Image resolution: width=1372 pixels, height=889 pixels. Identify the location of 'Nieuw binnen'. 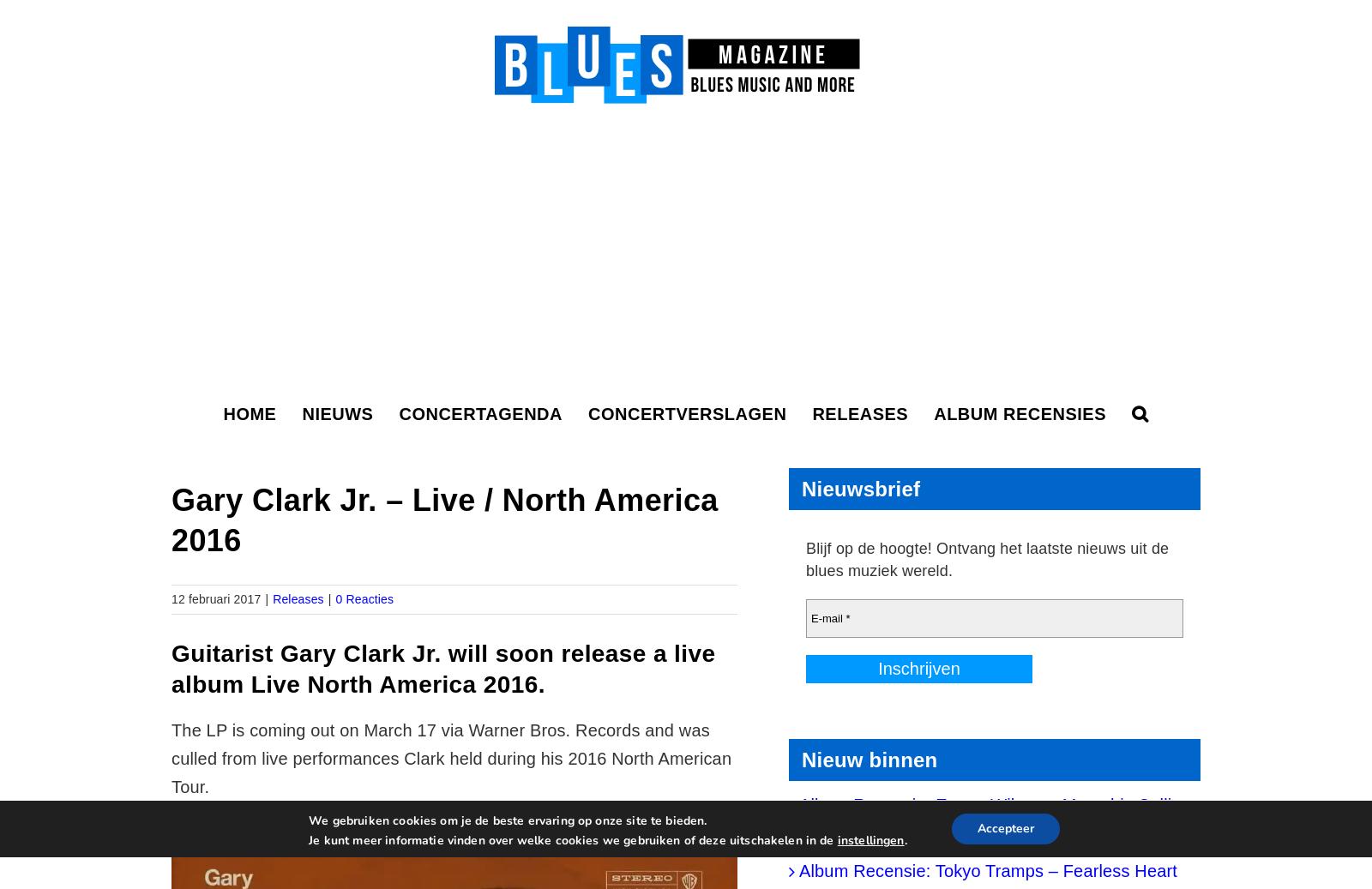
(870, 760).